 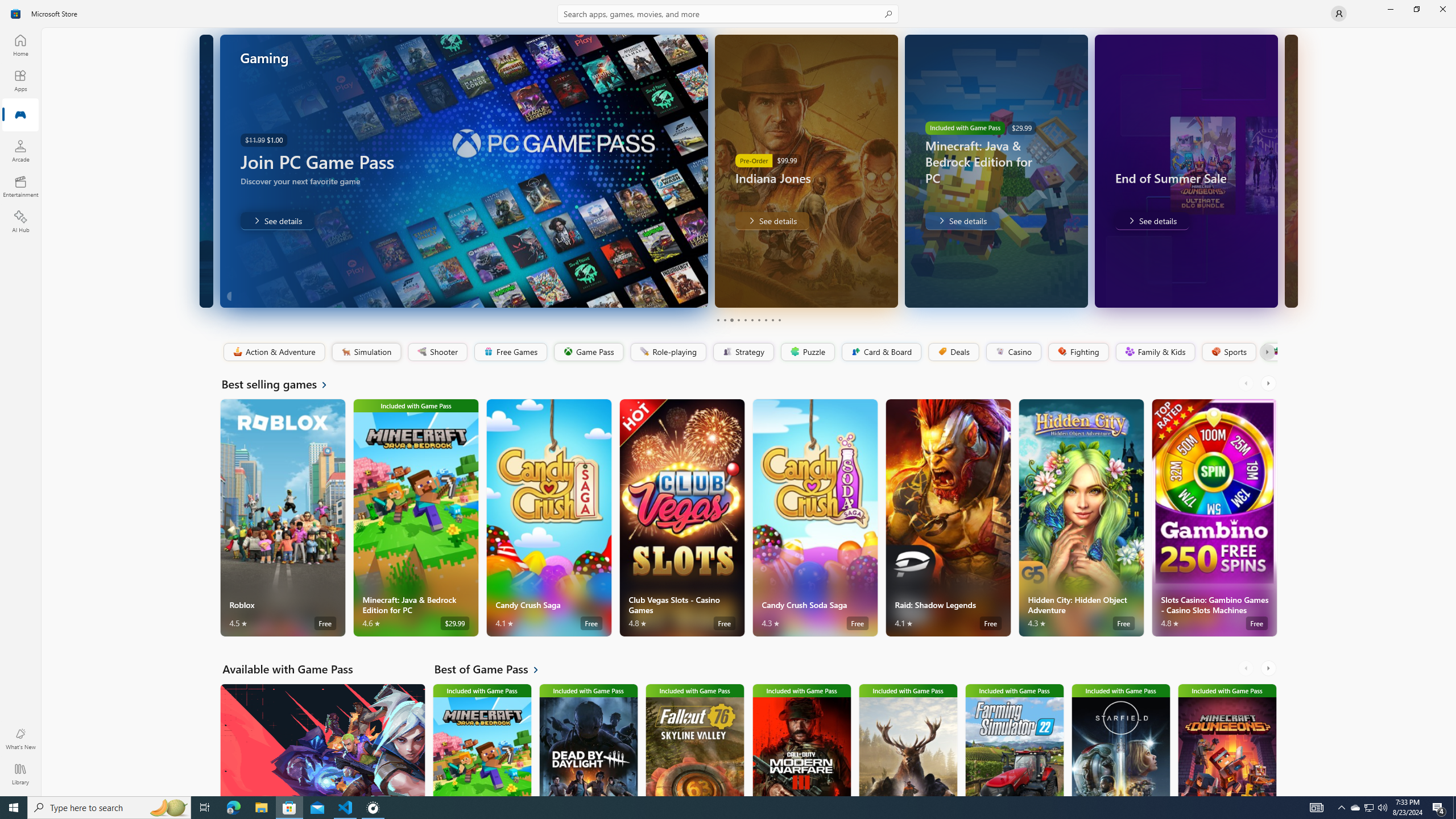 I want to click on 'Page 7', so click(x=758, y=320).